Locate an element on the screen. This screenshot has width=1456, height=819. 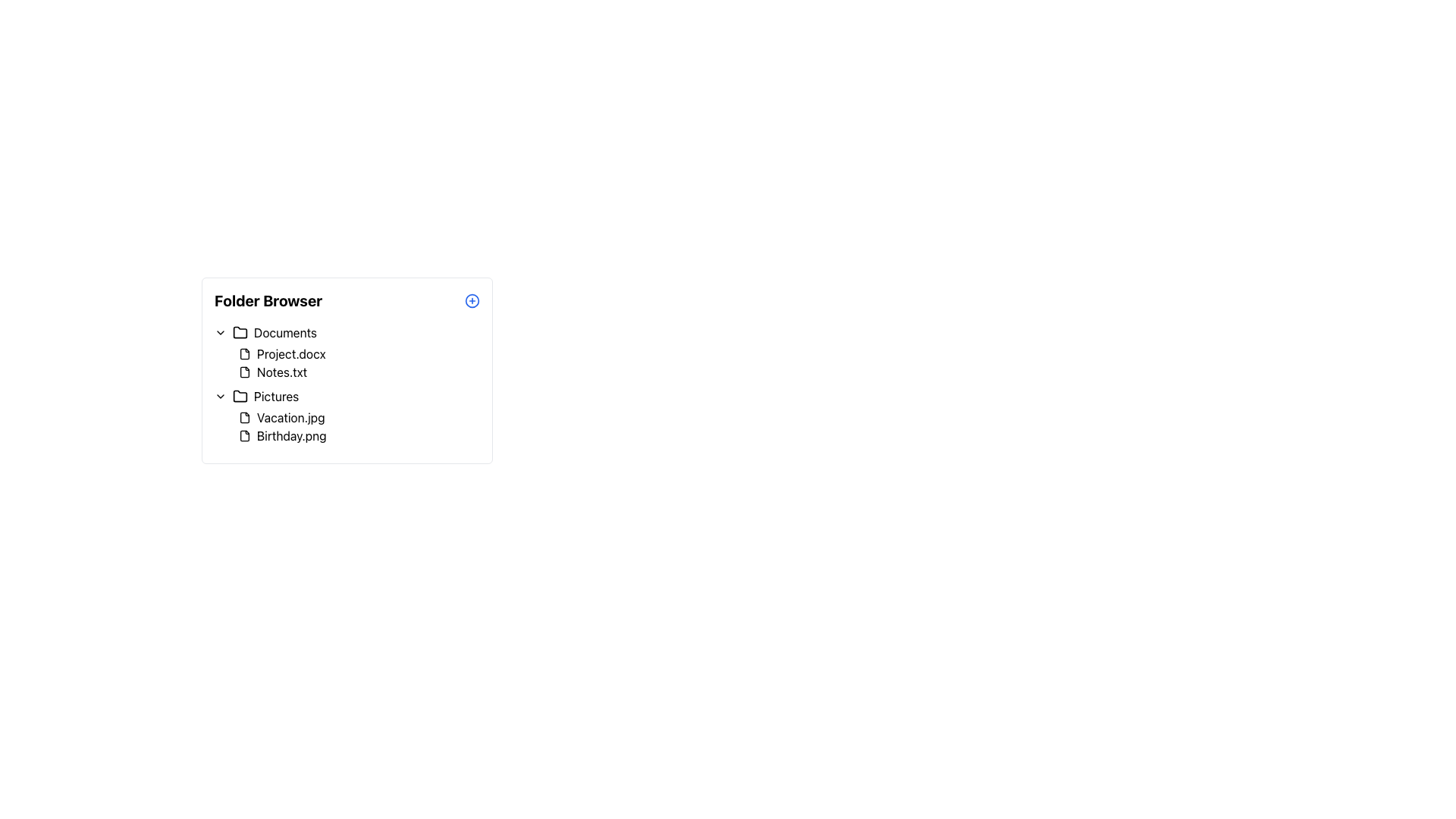
the 'Documents' folder entry in the folder browser is located at coordinates (346, 332).